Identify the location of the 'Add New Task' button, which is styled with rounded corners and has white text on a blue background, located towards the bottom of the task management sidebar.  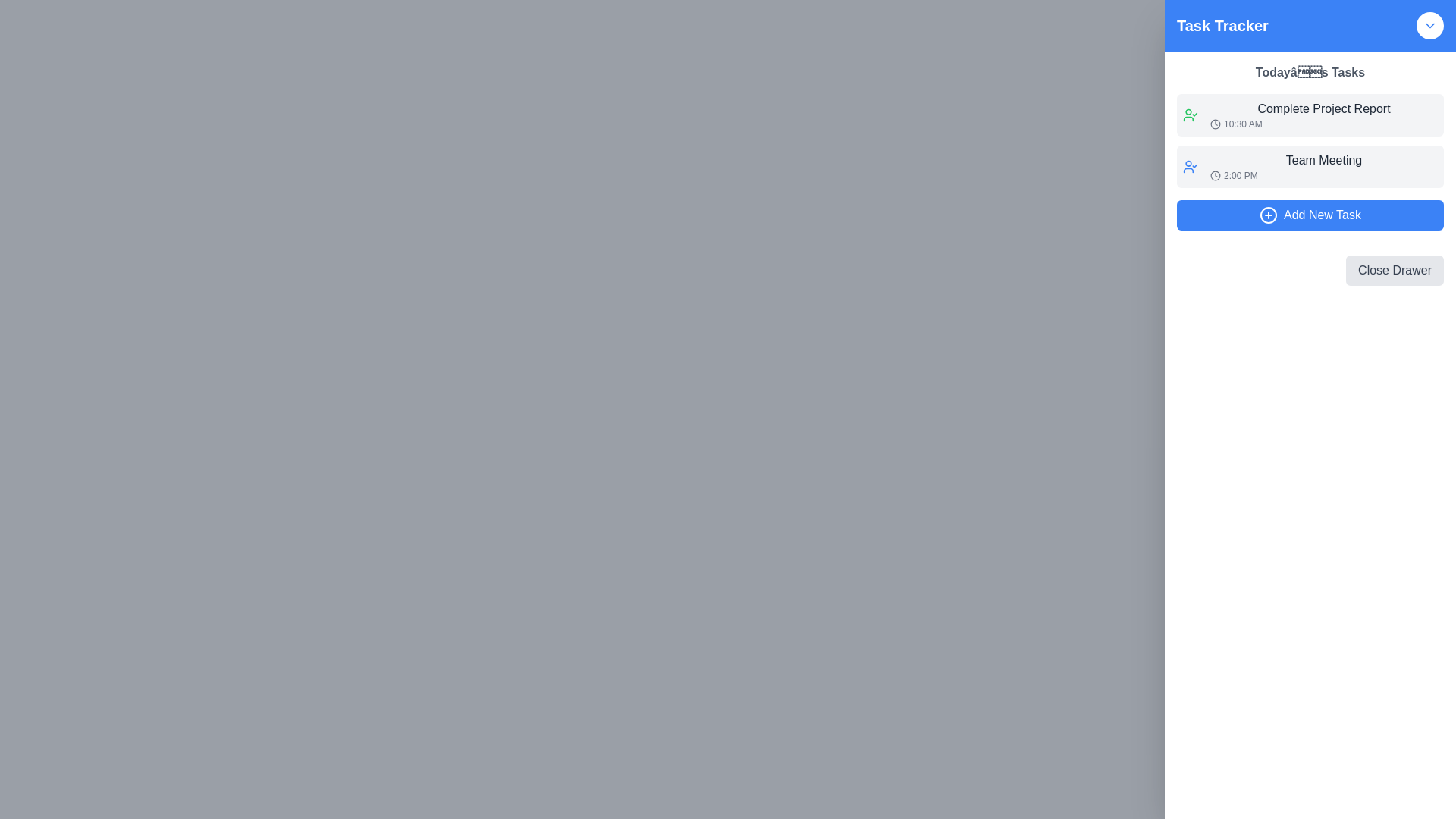
(1321, 215).